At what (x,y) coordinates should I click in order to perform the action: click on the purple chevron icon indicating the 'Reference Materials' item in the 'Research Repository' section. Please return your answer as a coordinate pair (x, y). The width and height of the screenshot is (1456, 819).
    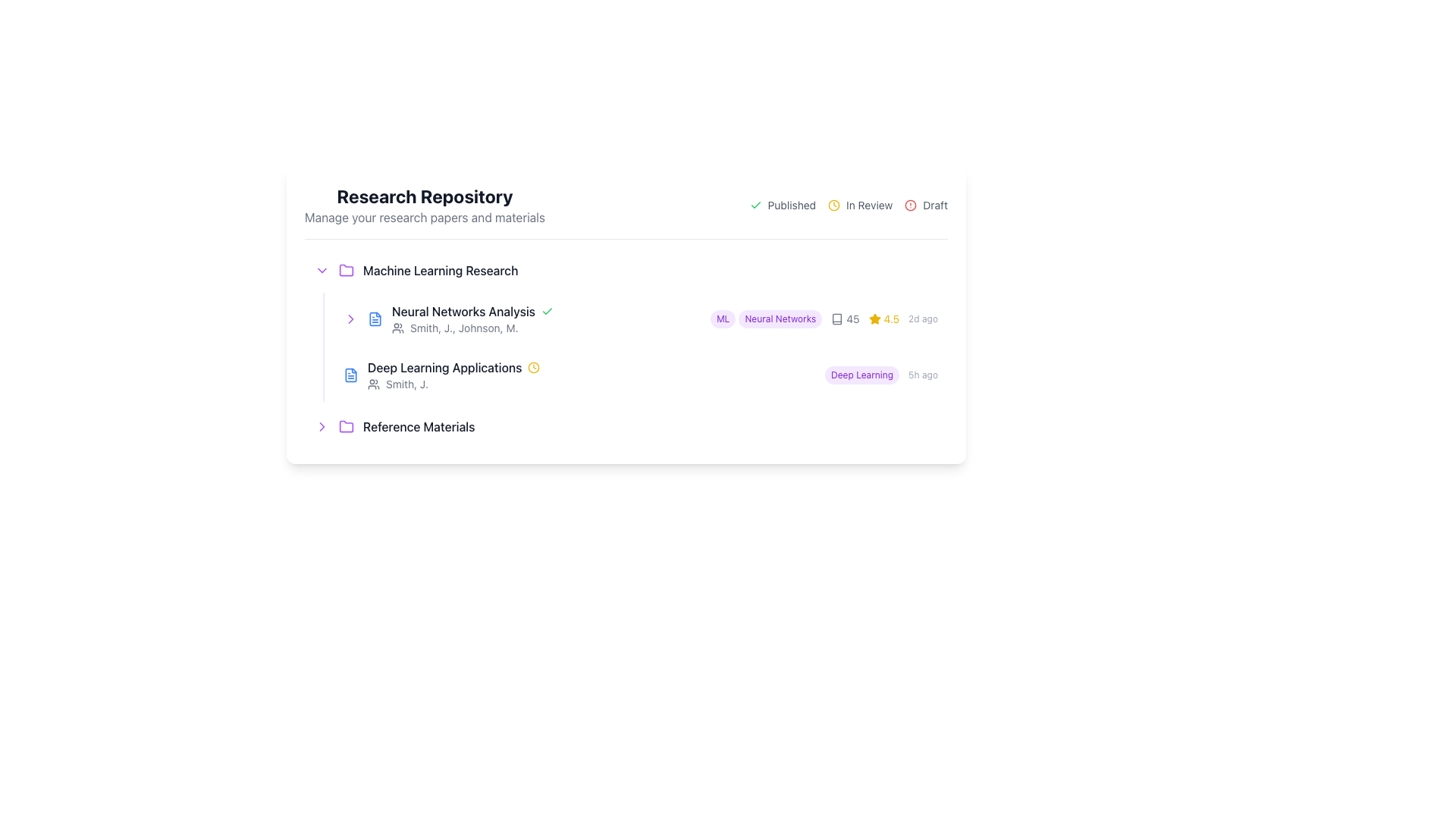
    Looking at the image, I should click on (322, 427).